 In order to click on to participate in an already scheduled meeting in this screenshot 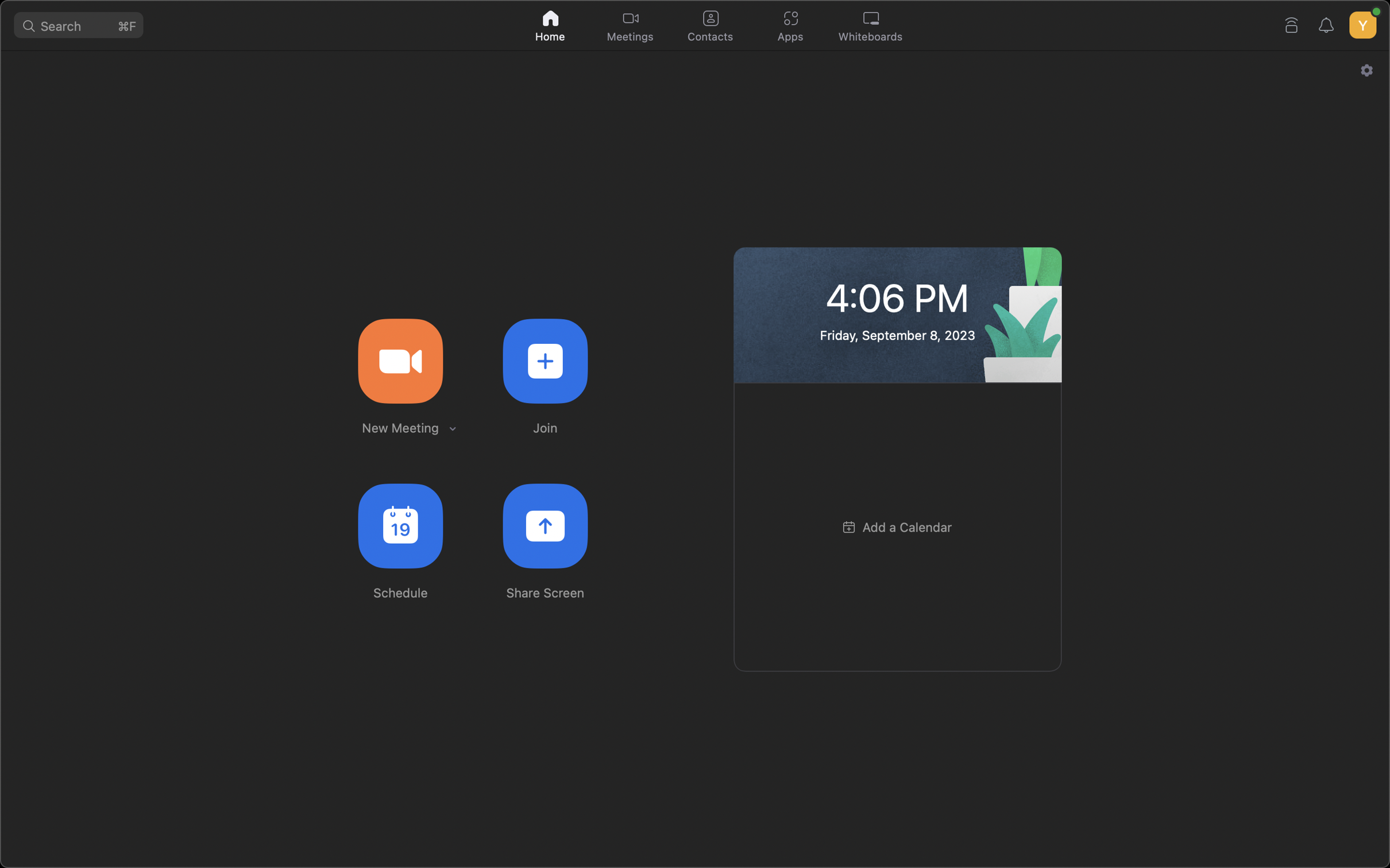, I will do `click(545, 359)`.